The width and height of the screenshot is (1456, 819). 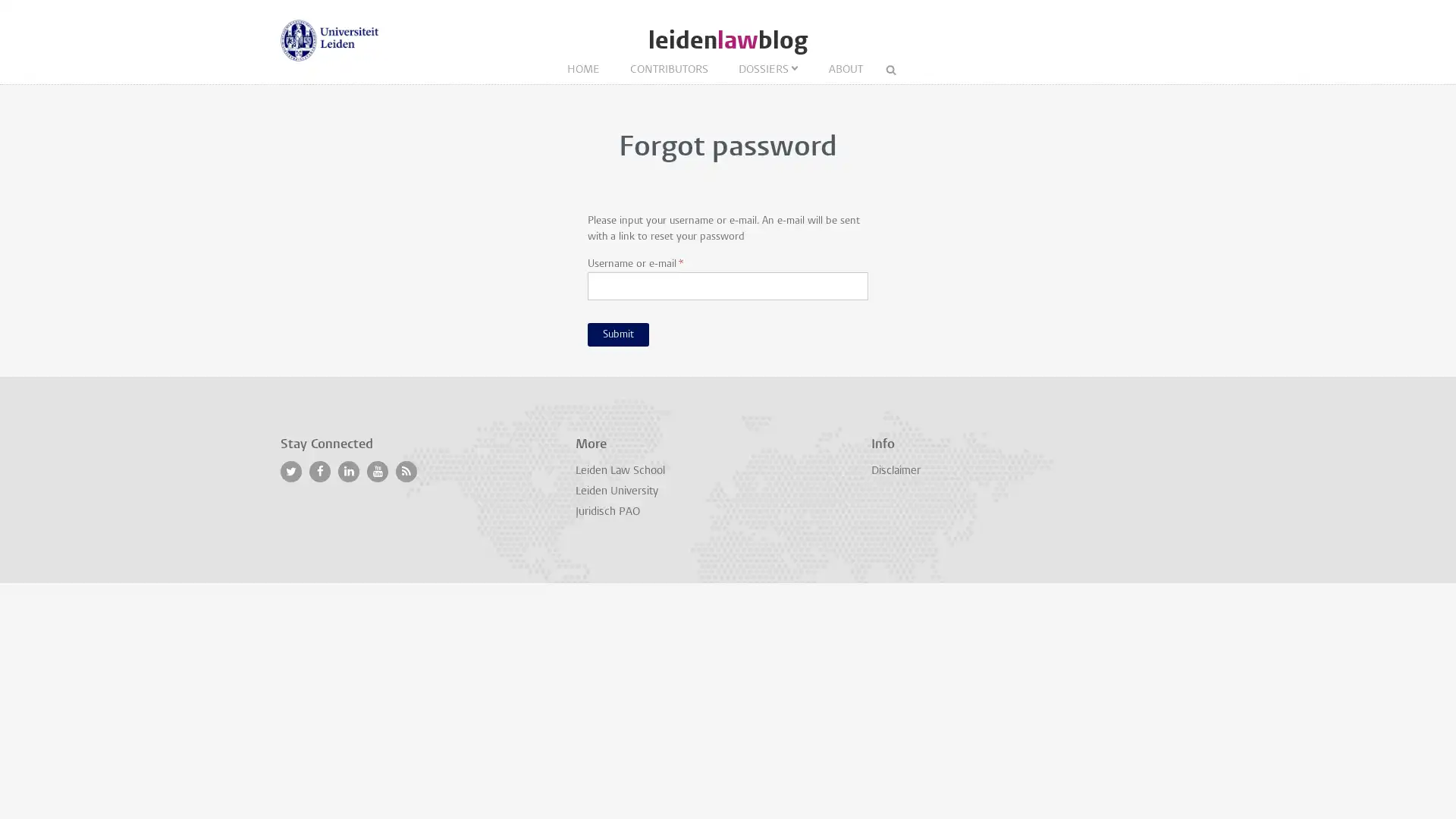 I want to click on Submit, so click(x=618, y=333).